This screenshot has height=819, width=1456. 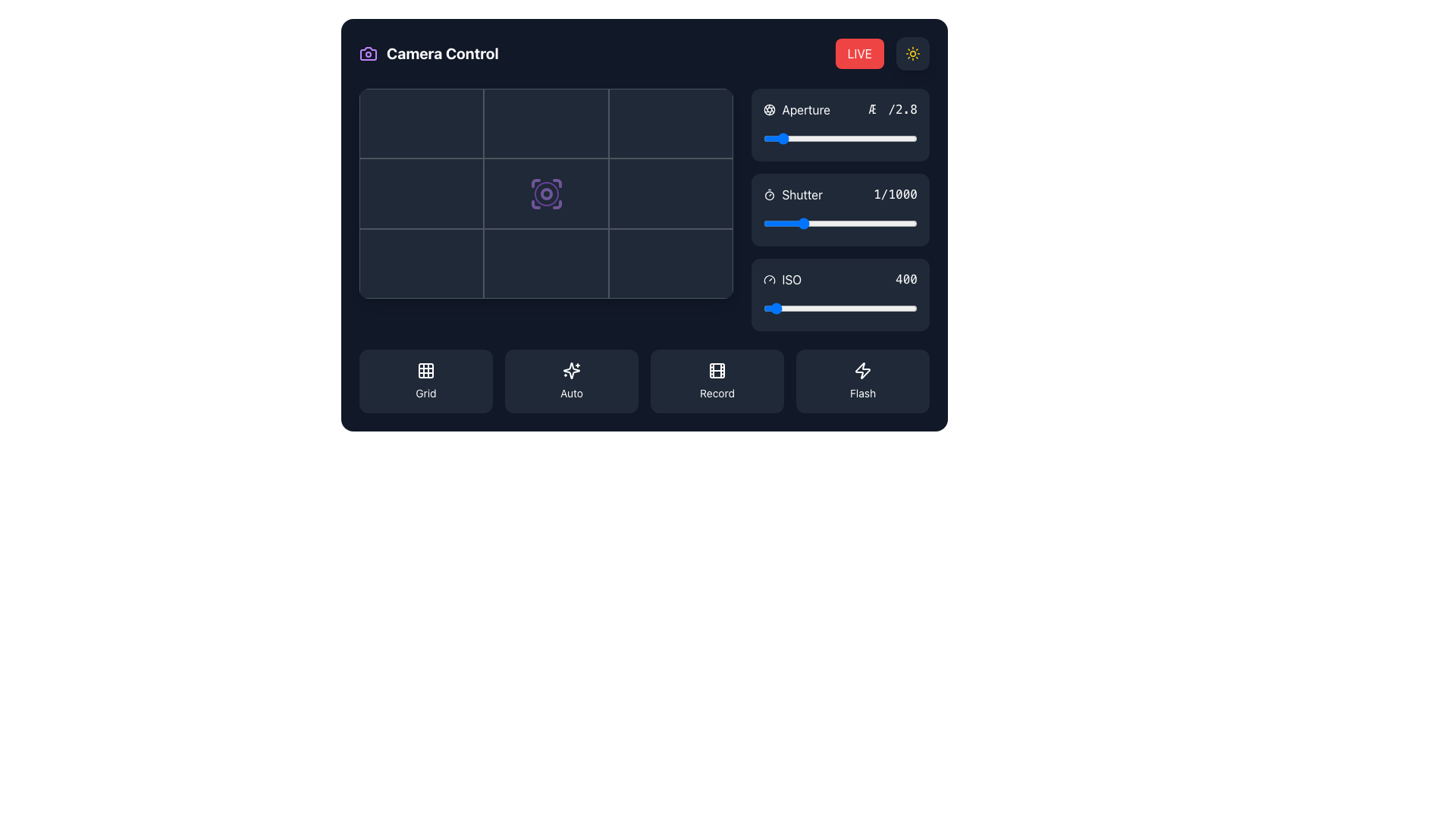 What do you see at coordinates (859, 52) in the screenshot?
I see `the red 'LIVE' button located in the top-right corner of the interface` at bounding box center [859, 52].